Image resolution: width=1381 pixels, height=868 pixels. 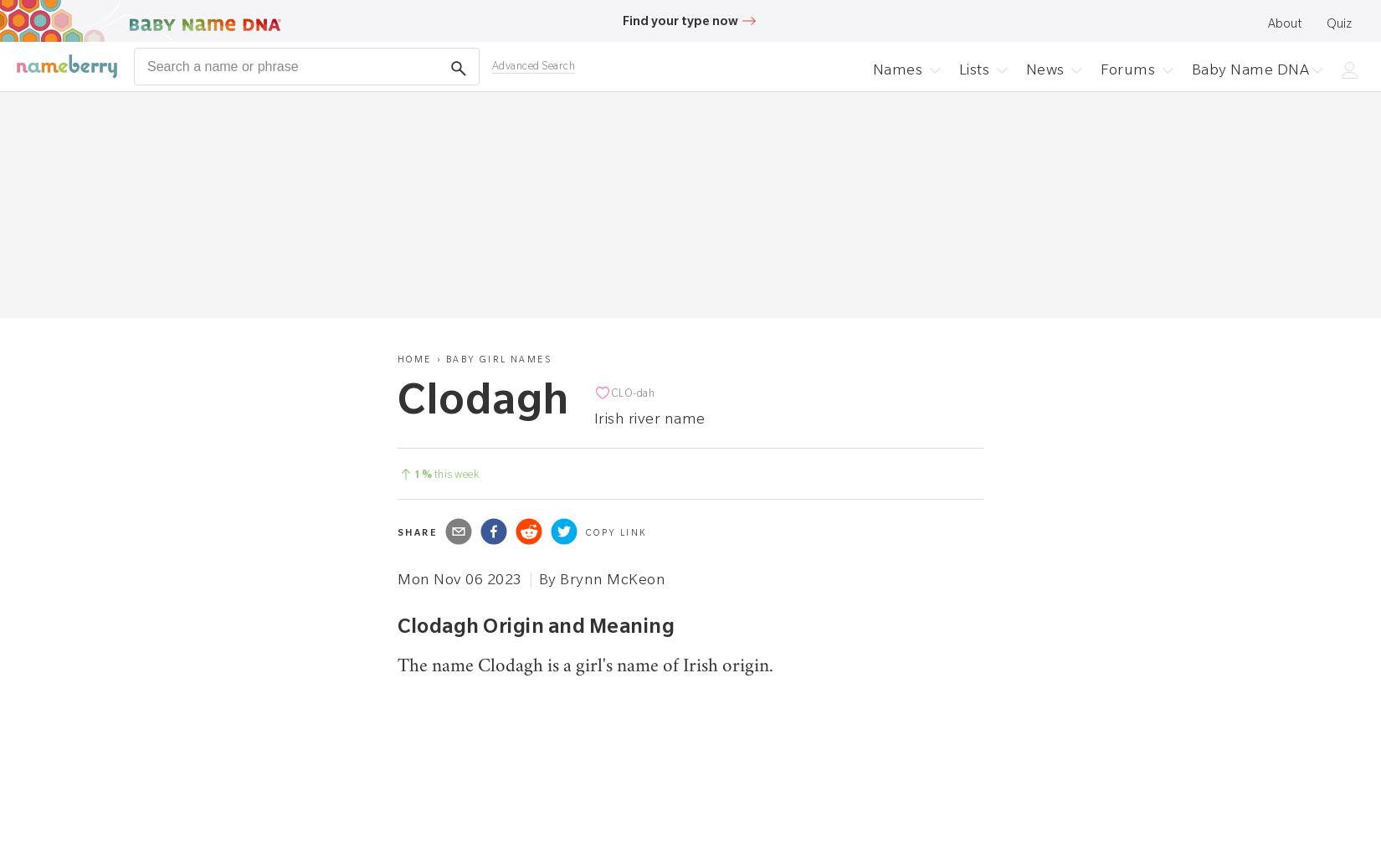 What do you see at coordinates (559, 578) in the screenshot?
I see `'Brynn McKeon'` at bounding box center [559, 578].